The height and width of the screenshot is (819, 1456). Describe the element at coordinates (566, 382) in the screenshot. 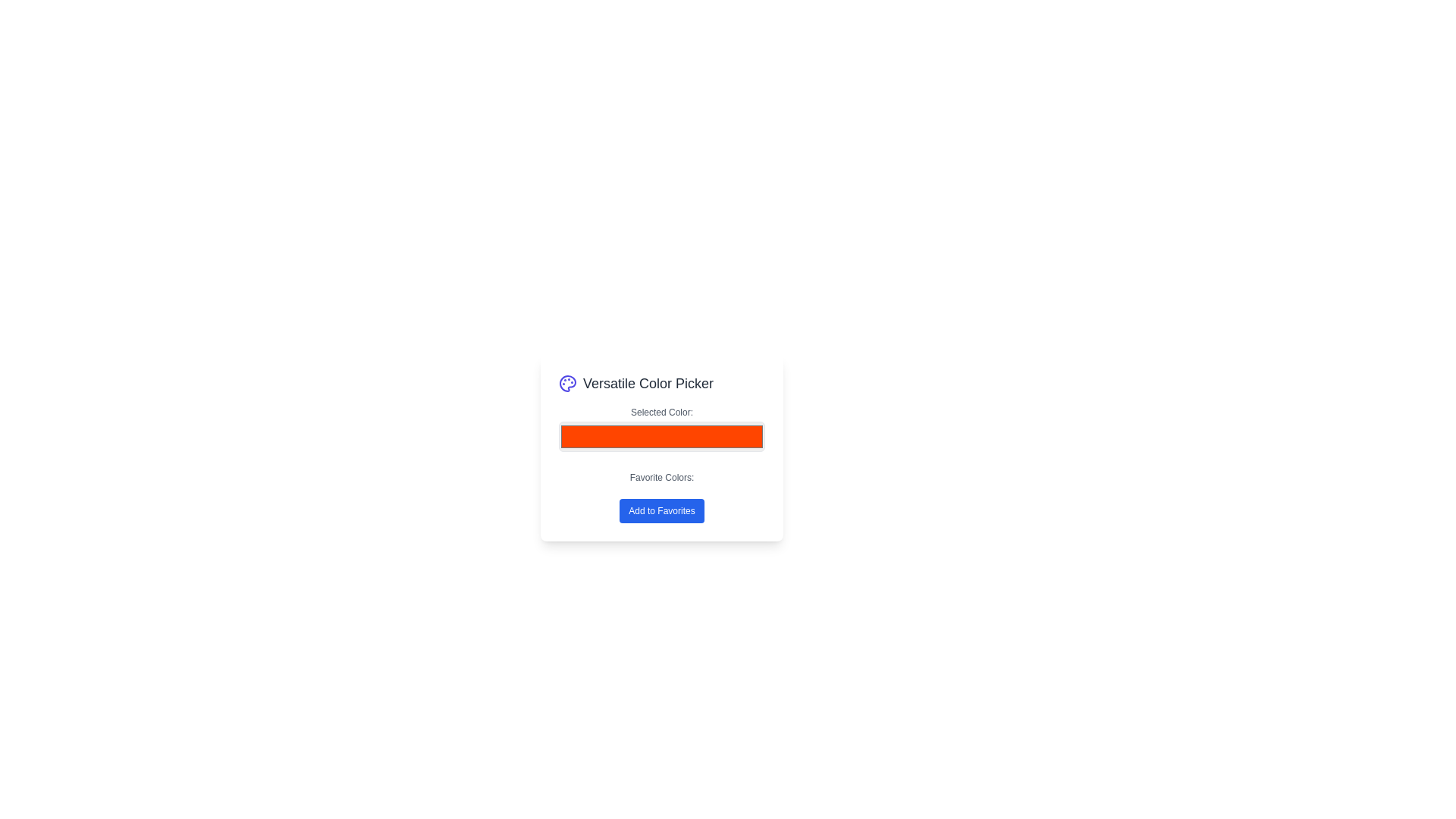

I see `the decorative SVG vector graphic icon representing the 'Versatile Color Picker' functionality, located at the top of the color picker dialog box` at that location.